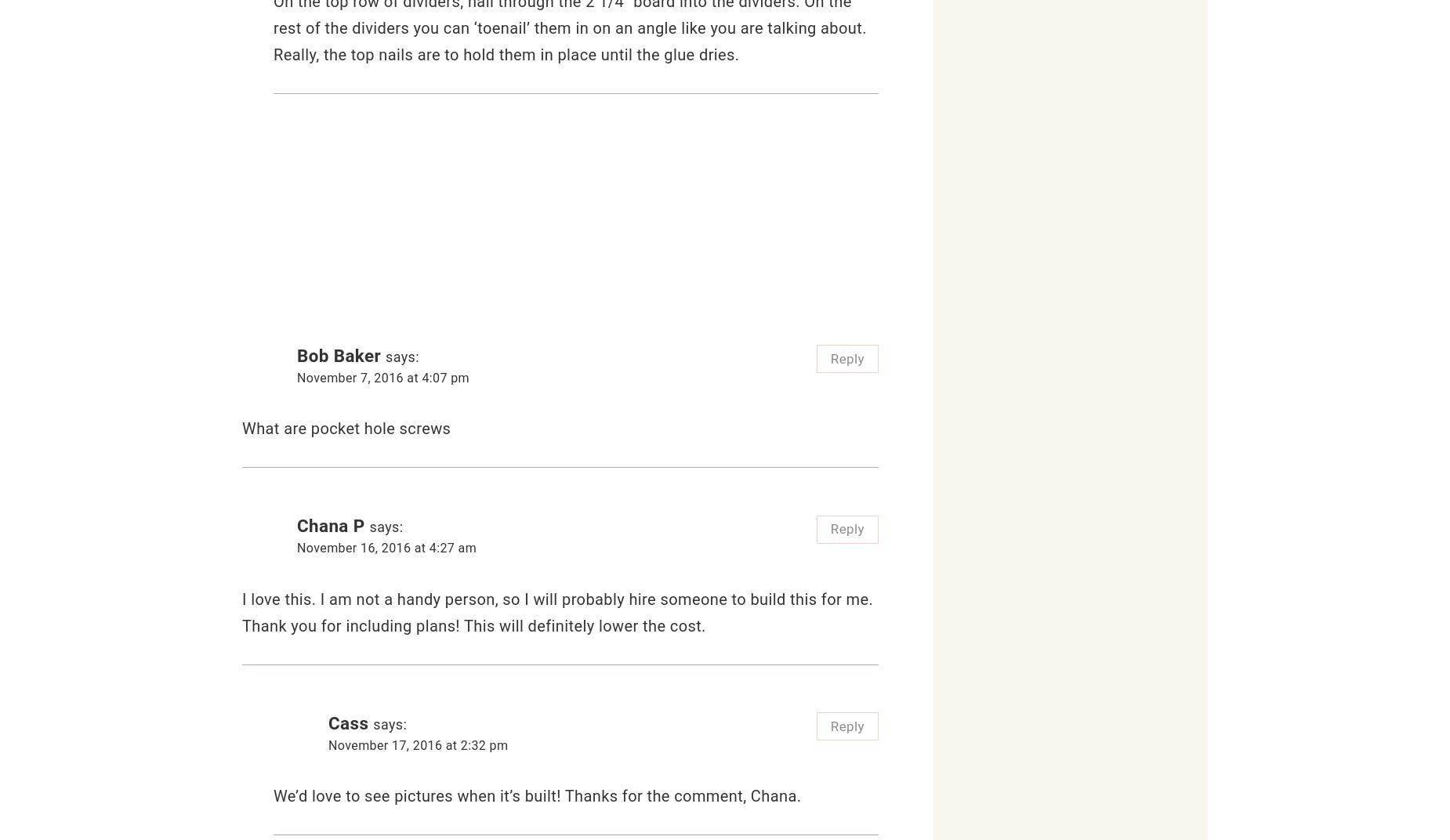  Describe the element at coordinates (338, 354) in the screenshot. I see `'Bob Baker'` at that location.